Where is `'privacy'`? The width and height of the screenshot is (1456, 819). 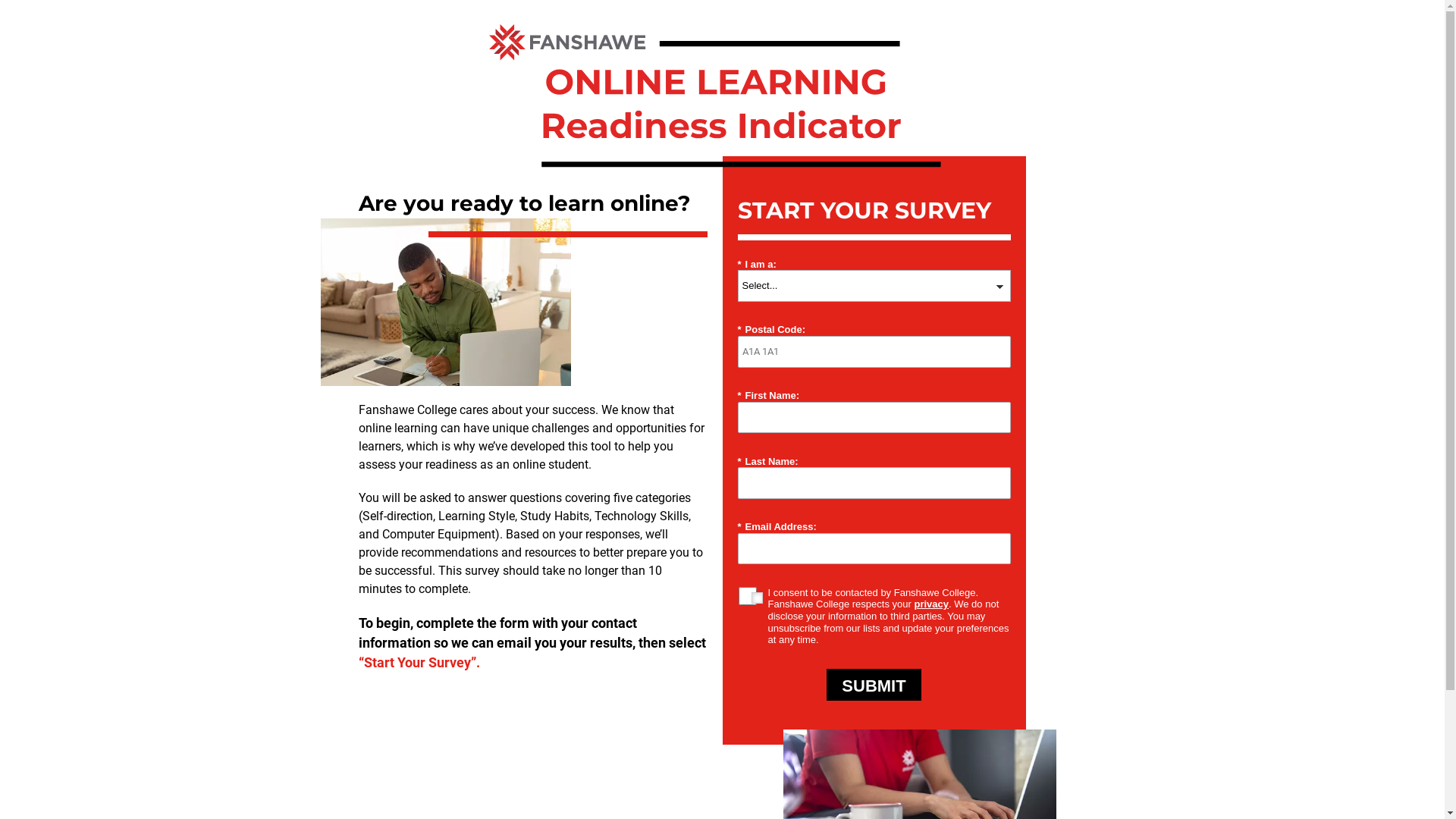
'privacy' is located at coordinates (930, 603).